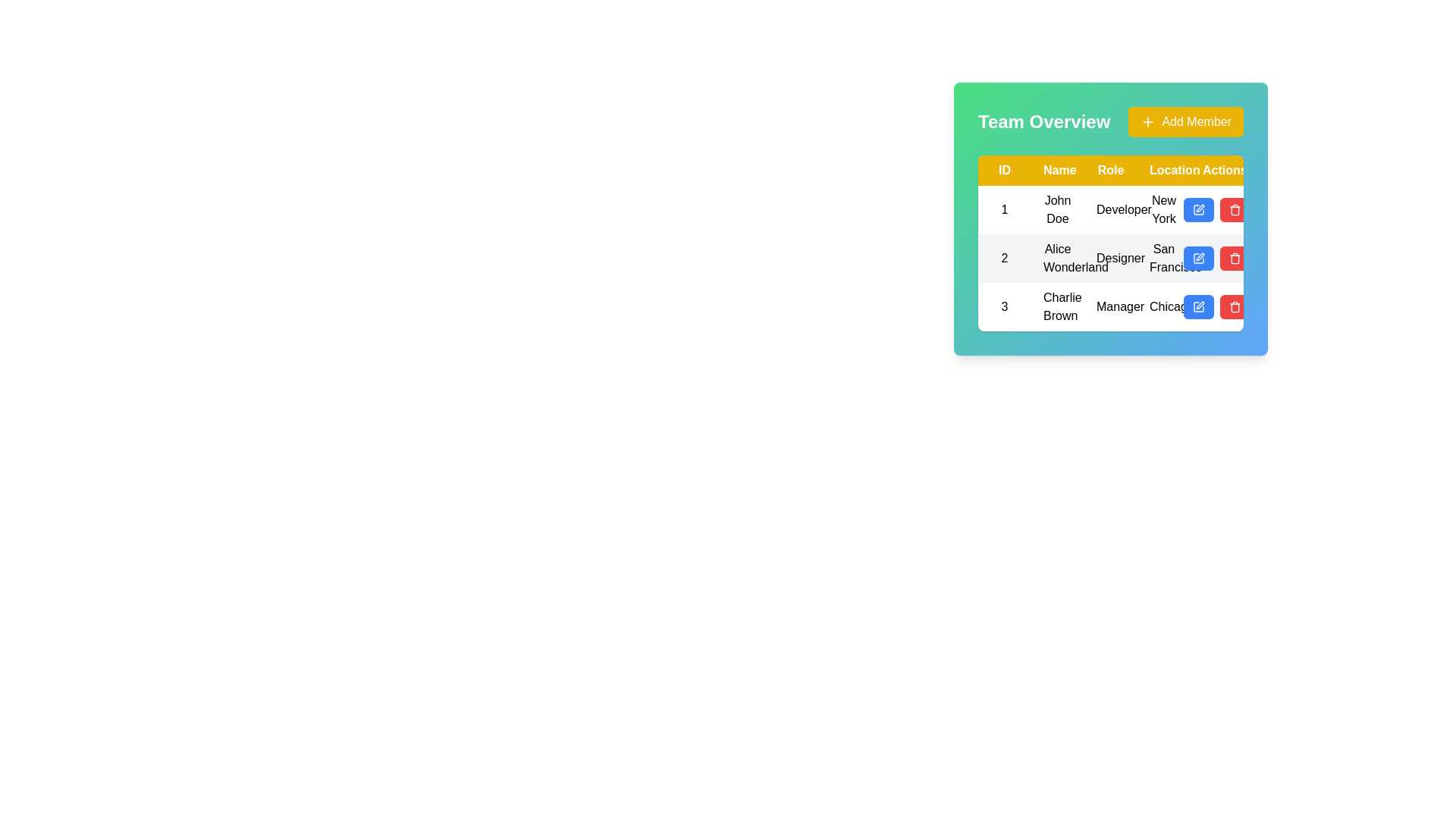 Image resolution: width=1456 pixels, height=819 pixels. Describe the element at coordinates (1110, 307) in the screenshot. I see `the table row representing the team member 'Charlie Brown'` at that location.